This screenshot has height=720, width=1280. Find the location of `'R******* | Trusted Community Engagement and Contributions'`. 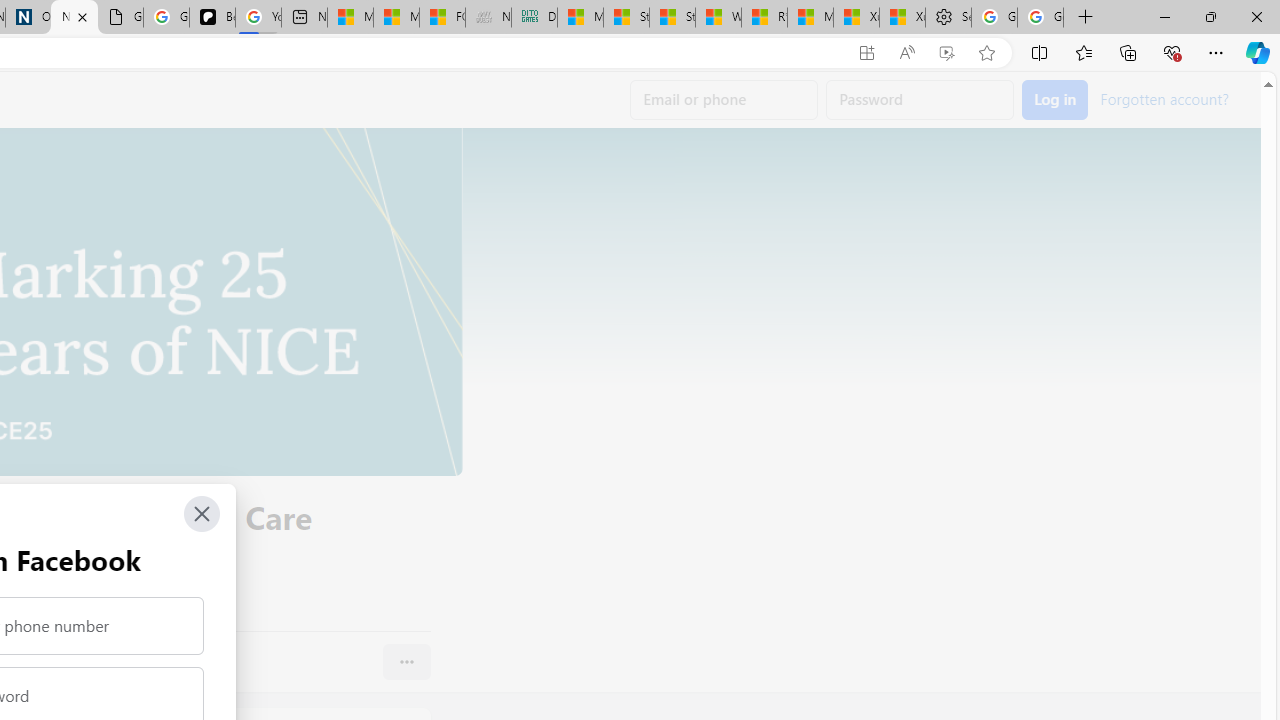

'R******* | Trusted Community Engagement and Contributions' is located at coordinates (763, 17).